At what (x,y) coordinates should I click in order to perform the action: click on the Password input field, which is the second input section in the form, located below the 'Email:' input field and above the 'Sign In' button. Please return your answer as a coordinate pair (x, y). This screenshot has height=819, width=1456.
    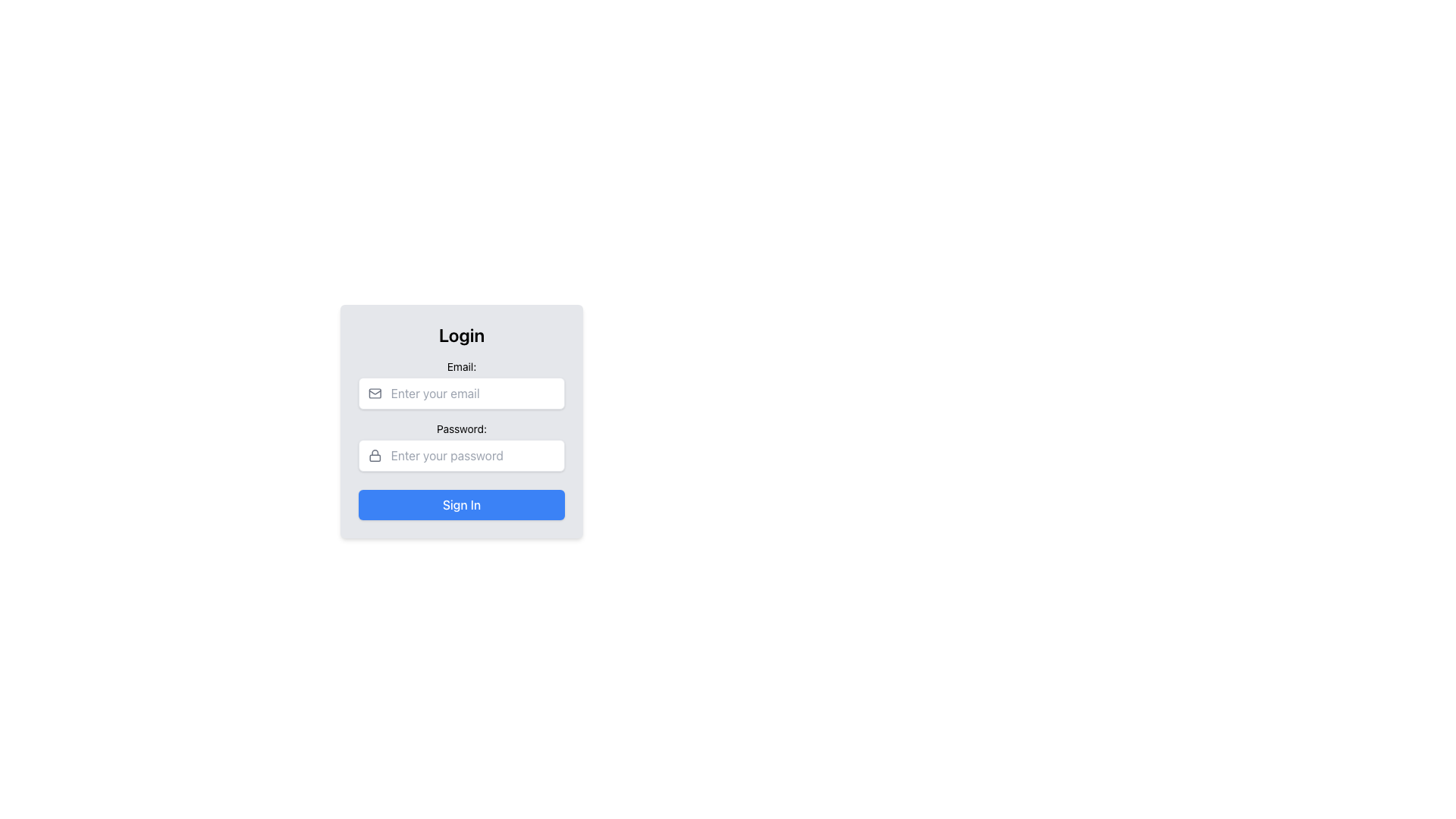
    Looking at the image, I should click on (461, 446).